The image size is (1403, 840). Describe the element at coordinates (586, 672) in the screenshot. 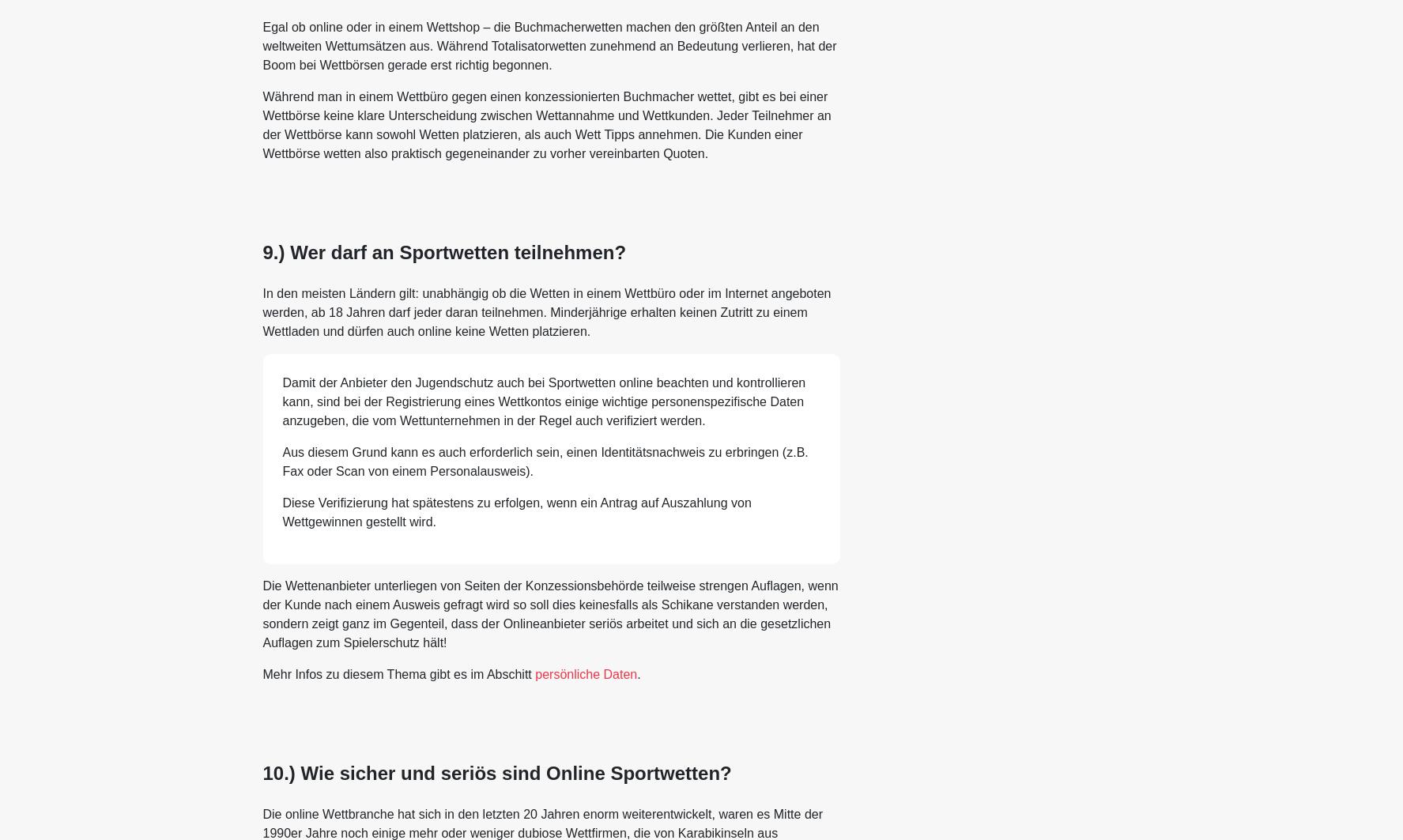

I see `'persönliche Daten'` at that location.